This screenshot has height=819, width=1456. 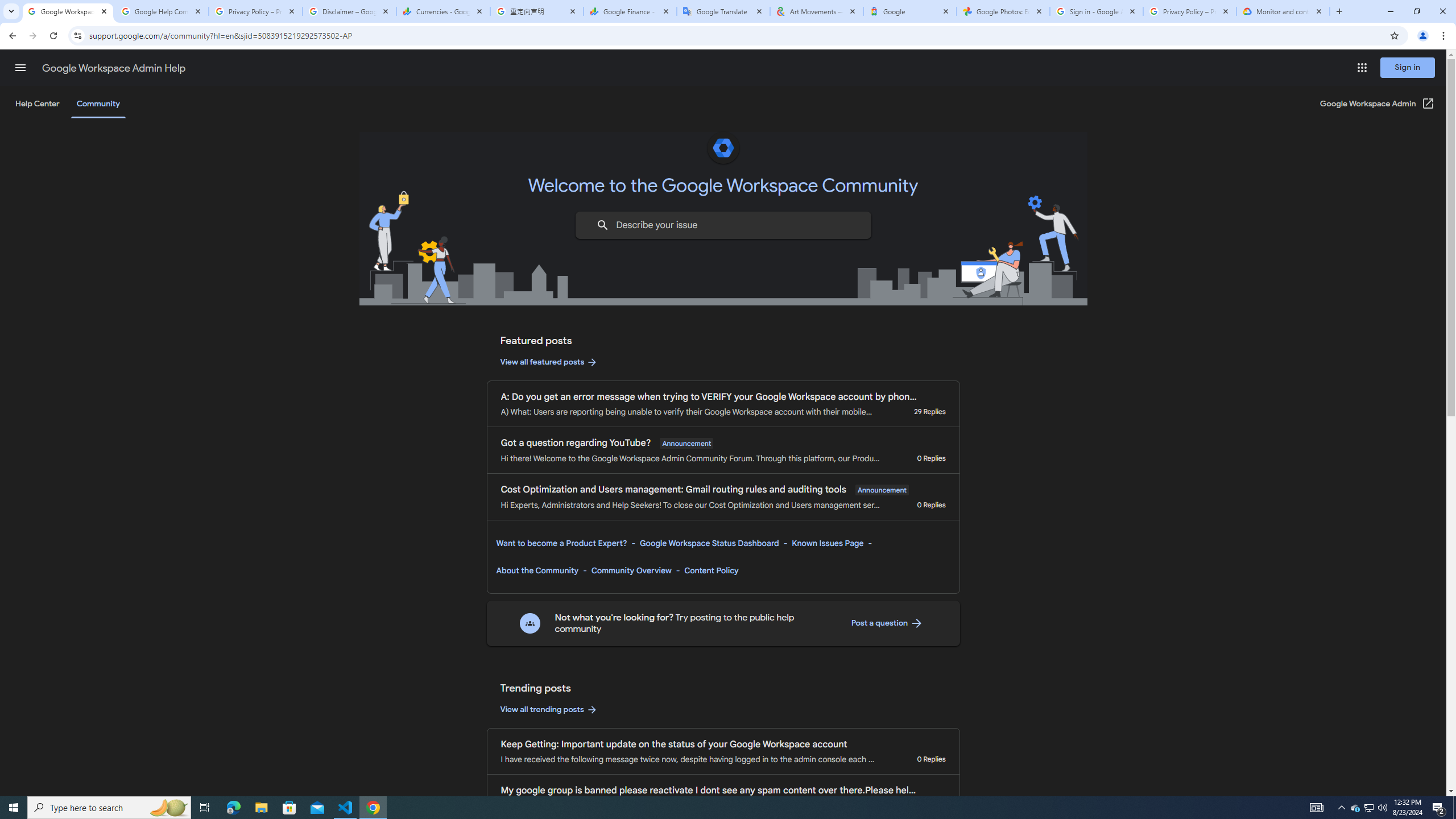 What do you see at coordinates (828, 542) in the screenshot?
I see `'Known Issues Page'` at bounding box center [828, 542].